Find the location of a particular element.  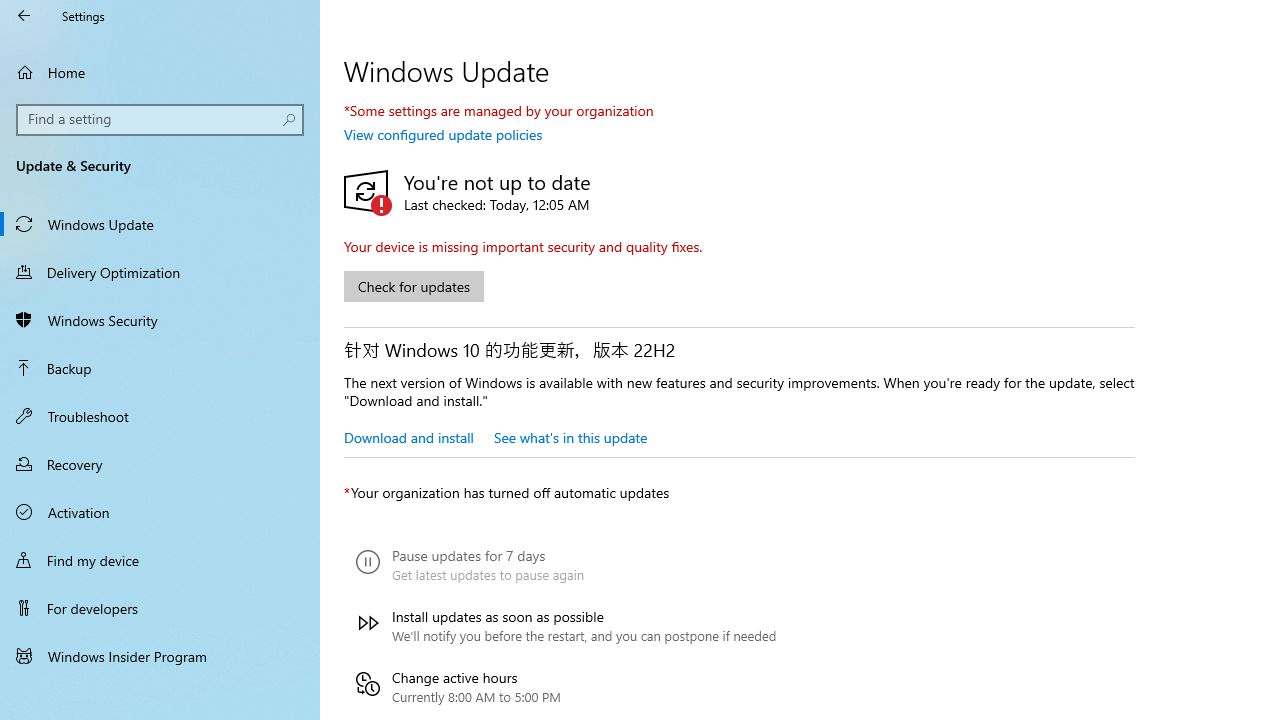

'Delivery Optimization' is located at coordinates (160, 271).